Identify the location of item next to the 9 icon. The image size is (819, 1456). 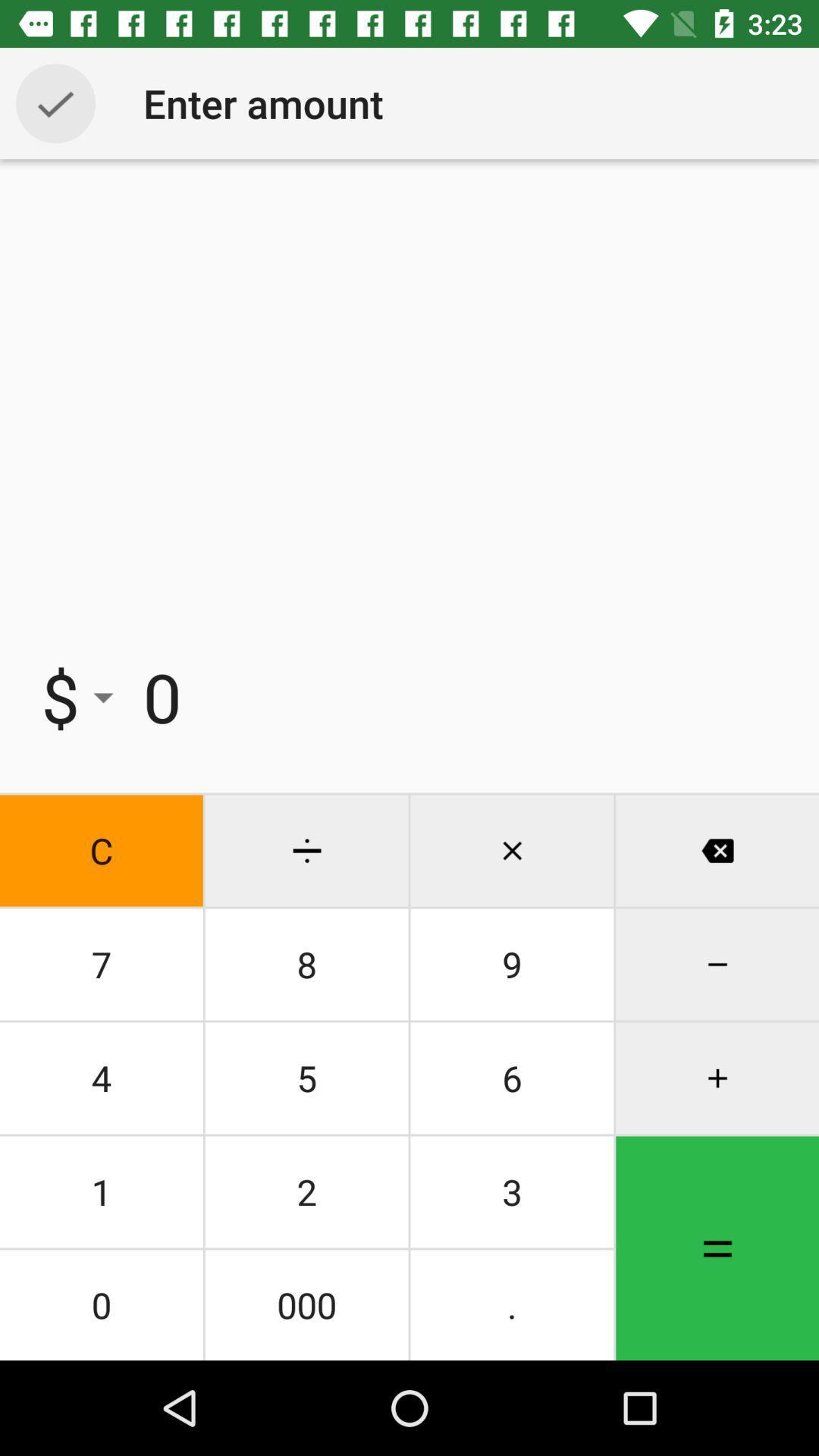
(306, 1077).